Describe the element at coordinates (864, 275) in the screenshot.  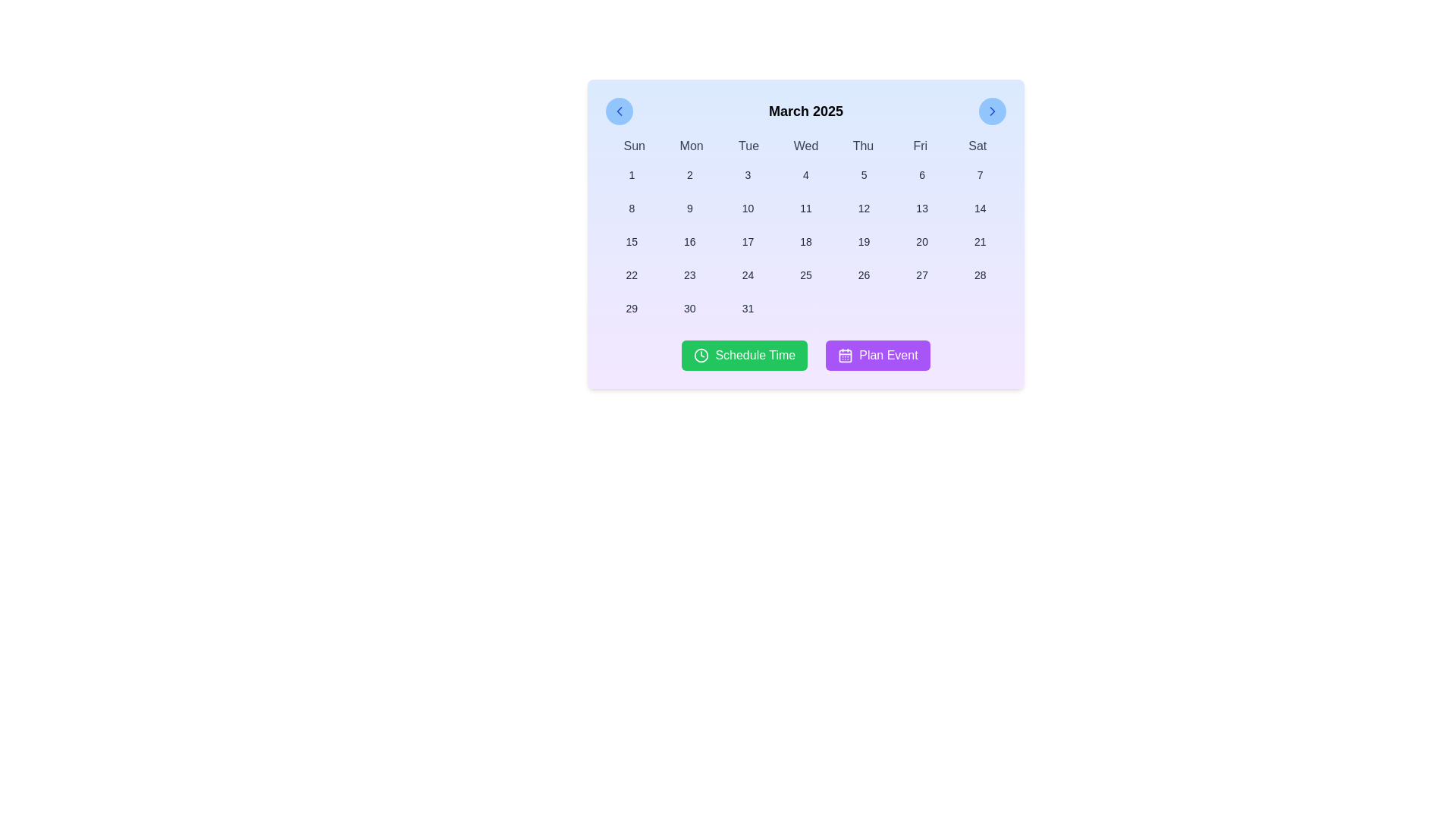
I see `the calendar grid cell displaying the number '26' to trigger the hover effect` at that location.